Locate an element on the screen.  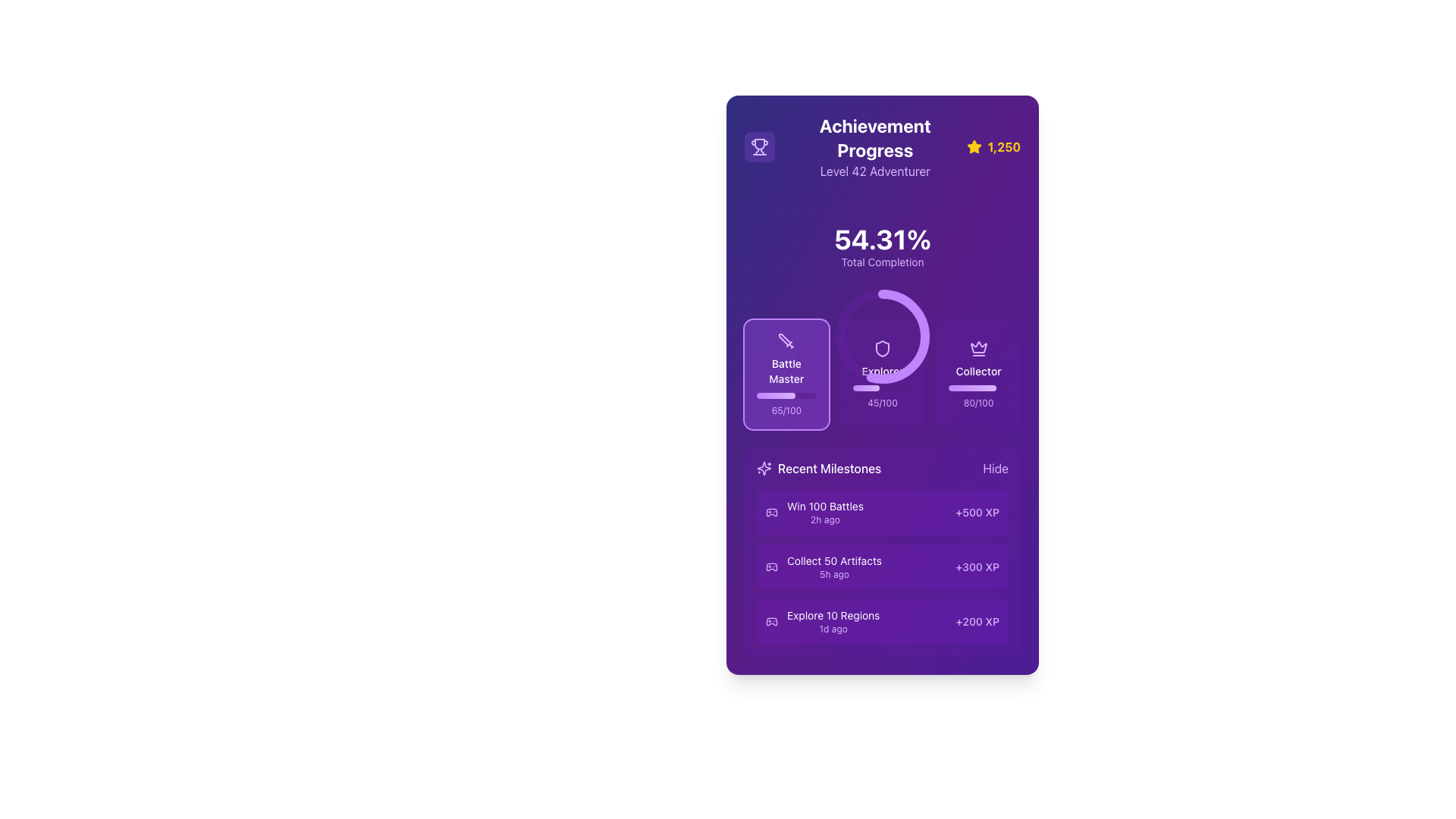
the star icon located to the upper right section of the interface, immediately to the left of the numeric text '1,250' is located at coordinates (974, 146).